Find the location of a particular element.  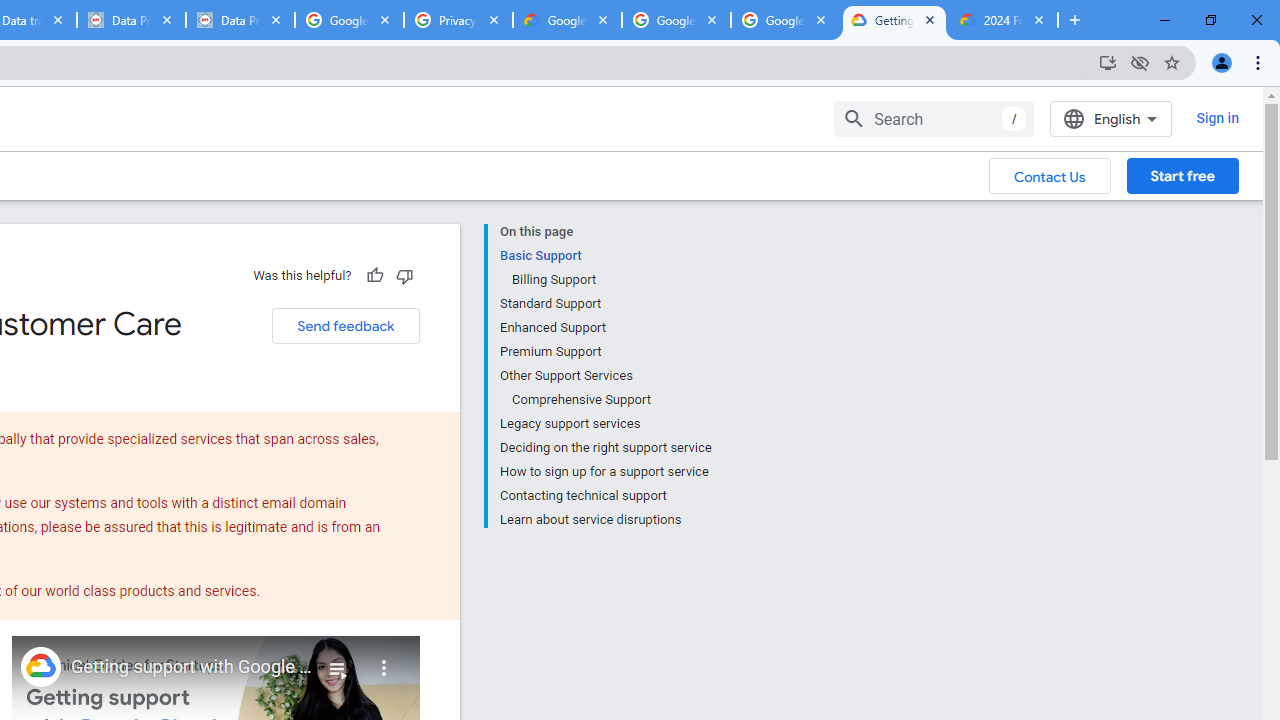

'More' is located at coordinates (385, 660).